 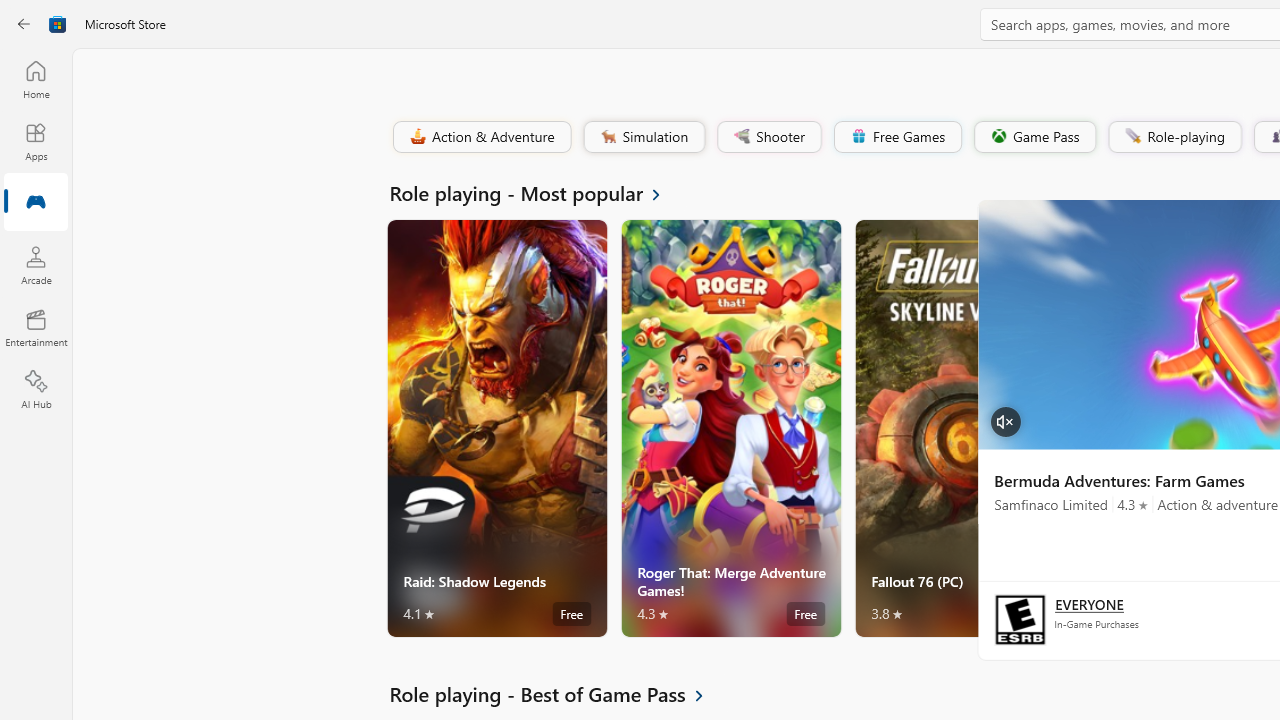 What do you see at coordinates (1175, 135) in the screenshot?
I see `'Role-playing'` at bounding box center [1175, 135].